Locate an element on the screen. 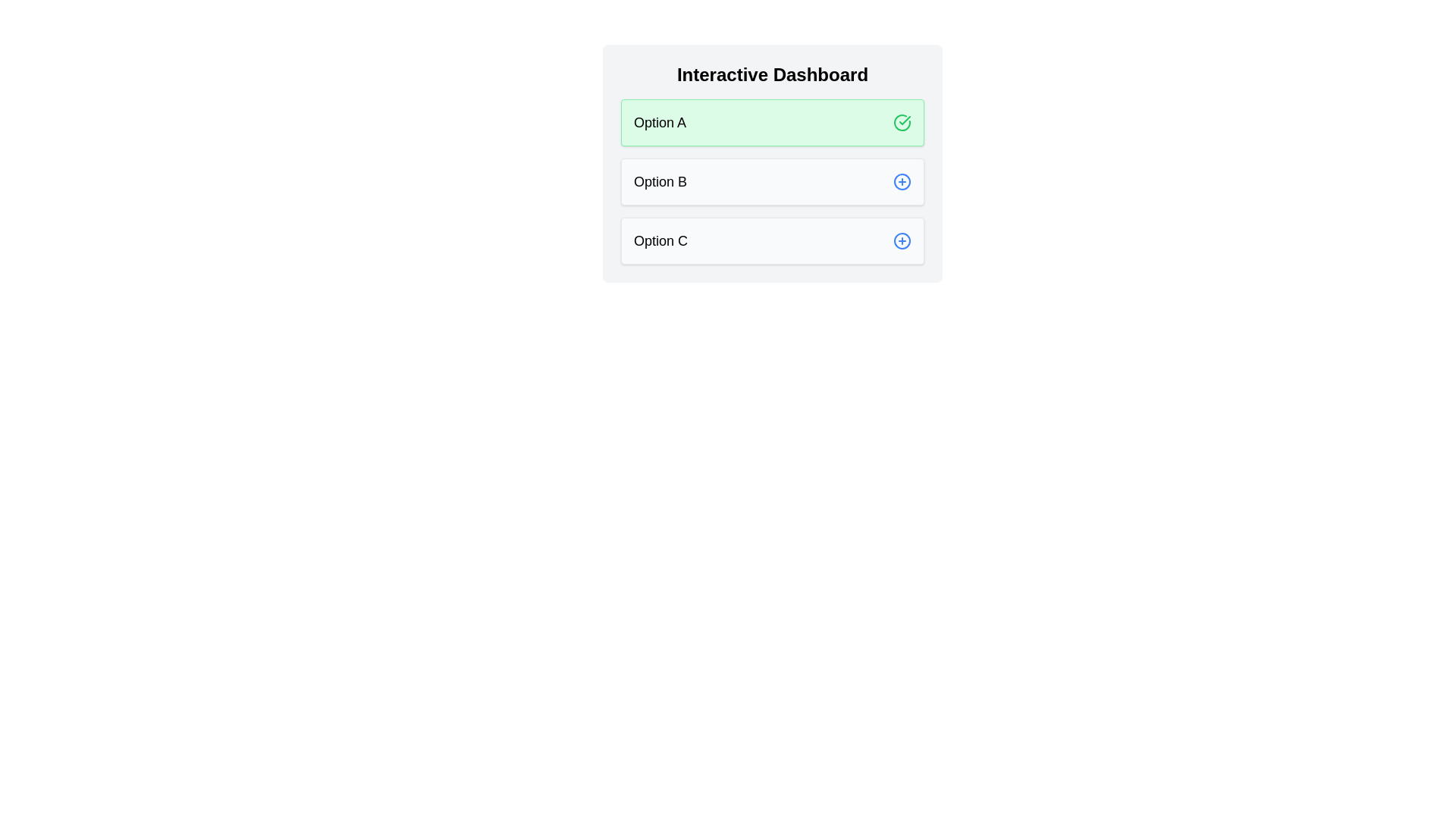 The image size is (1456, 819). the icon of chip Option A is located at coordinates (902, 122).